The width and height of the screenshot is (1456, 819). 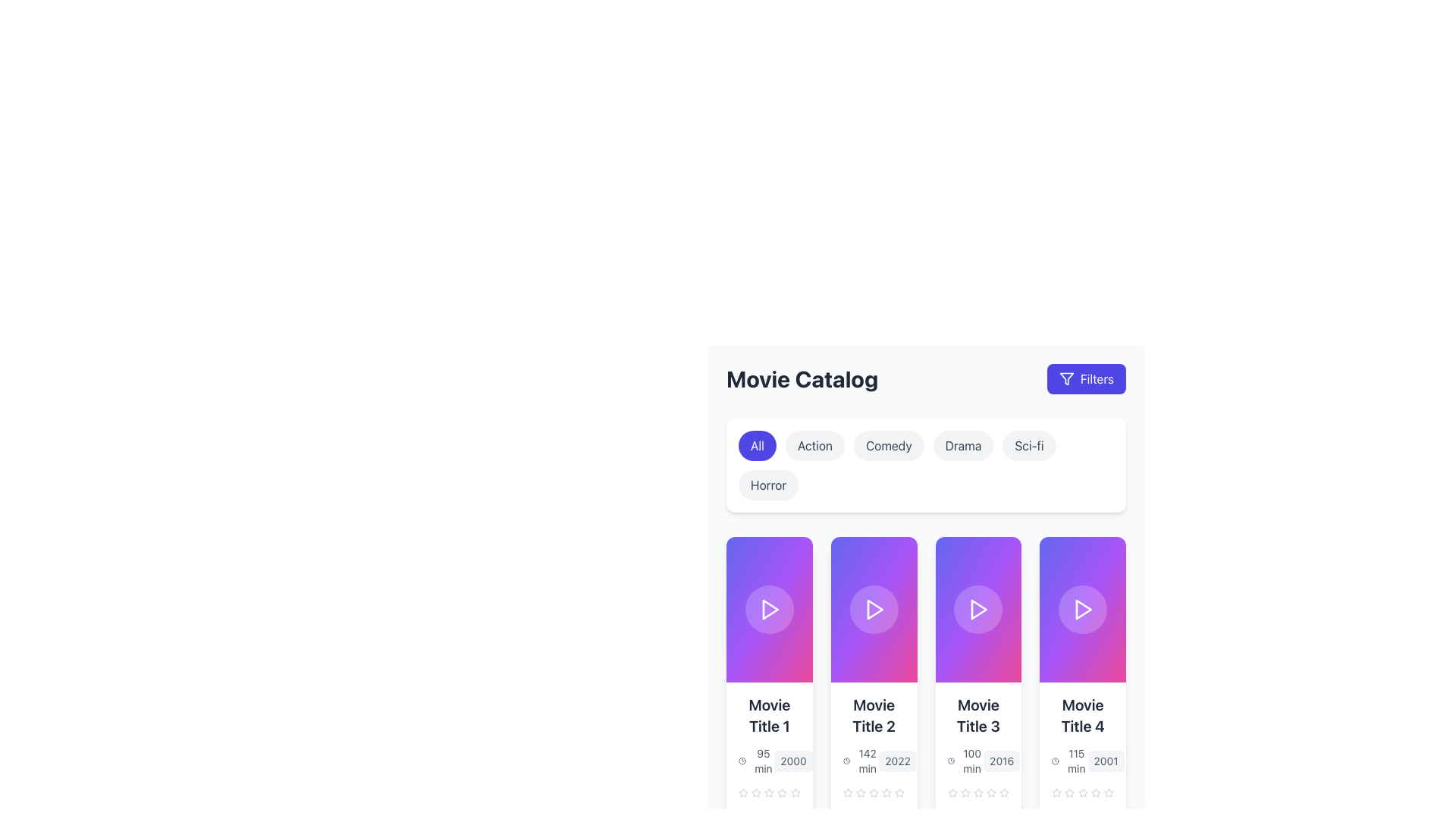 What do you see at coordinates (1082, 792) in the screenshot?
I see `the fourth star icon in the movie rating system` at bounding box center [1082, 792].